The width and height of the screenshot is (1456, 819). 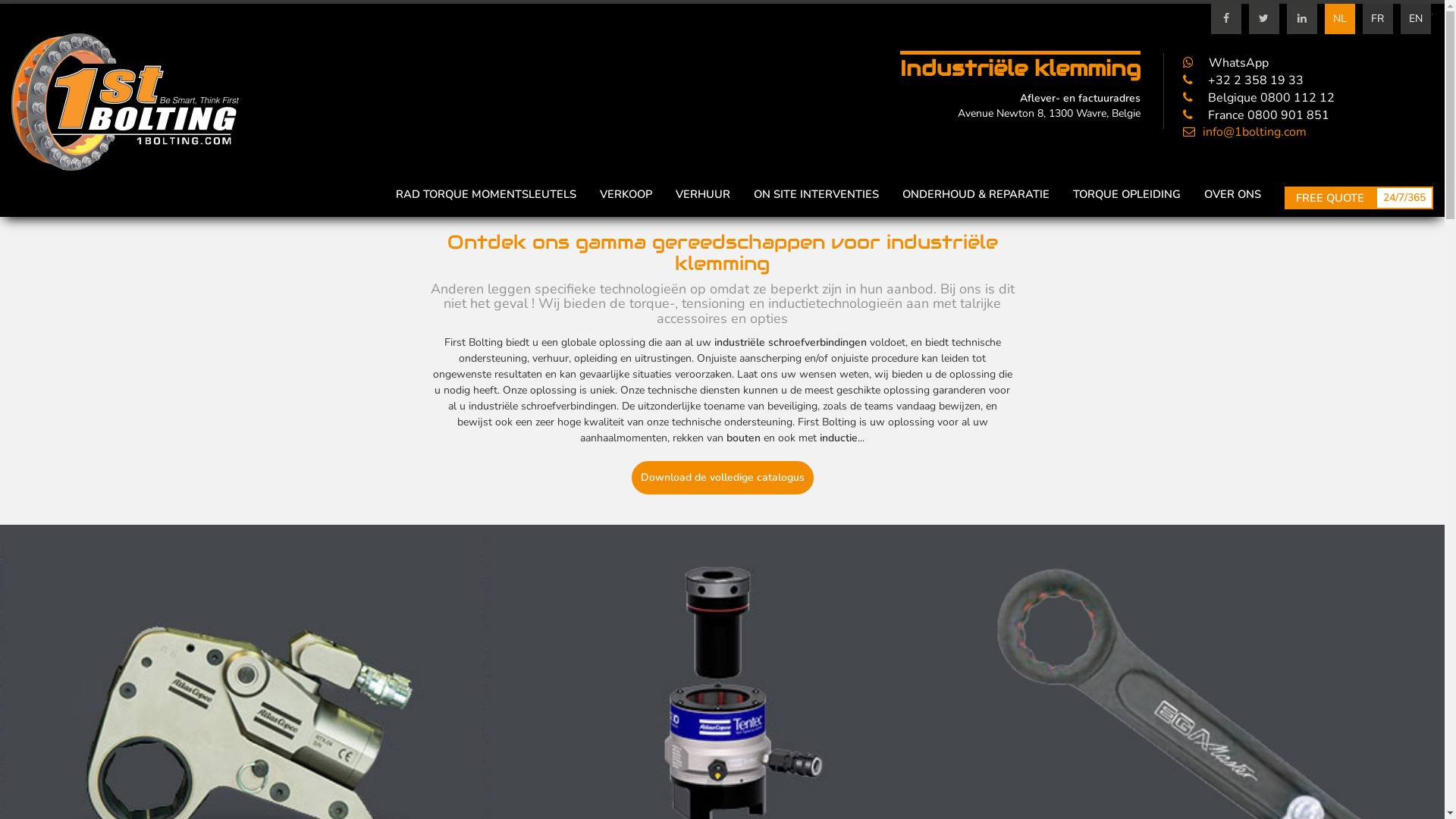 What do you see at coordinates (1256, 114) in the screenshot?
I see `'France 0800 901 851'` at bounding box center [1256, 114].